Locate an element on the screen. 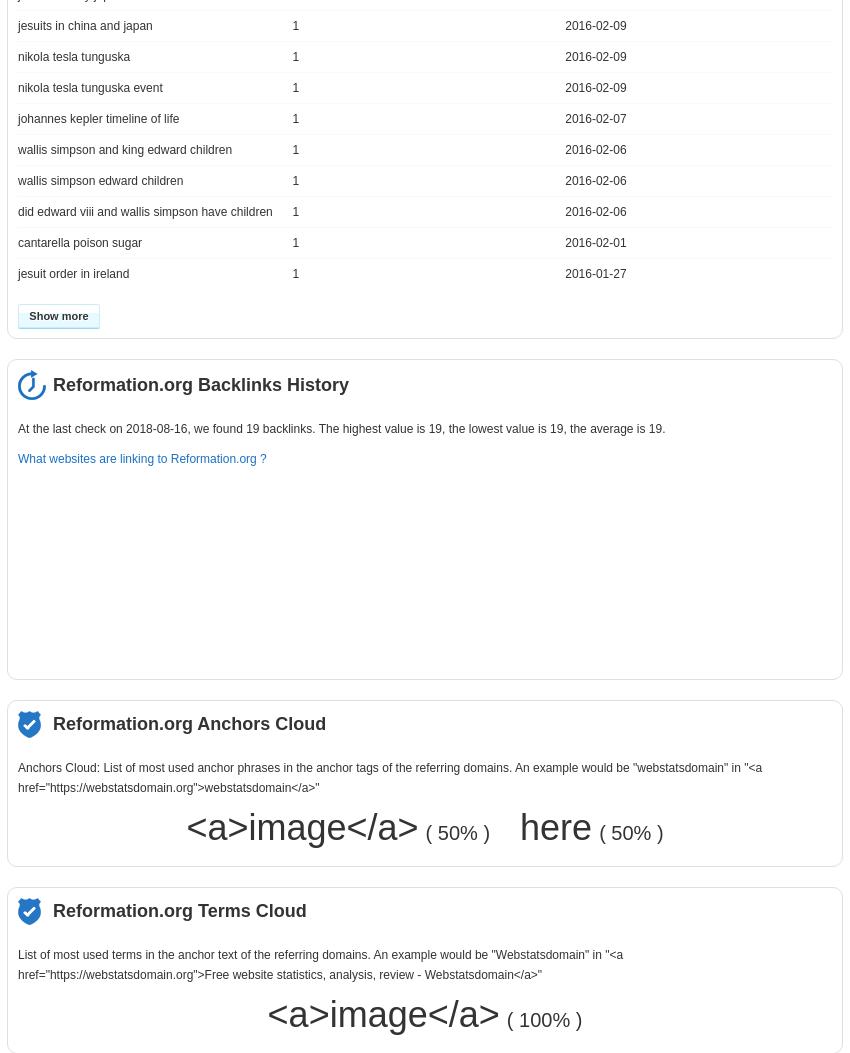  'jesuit order in ireland' is located at coordinates (73, 272).